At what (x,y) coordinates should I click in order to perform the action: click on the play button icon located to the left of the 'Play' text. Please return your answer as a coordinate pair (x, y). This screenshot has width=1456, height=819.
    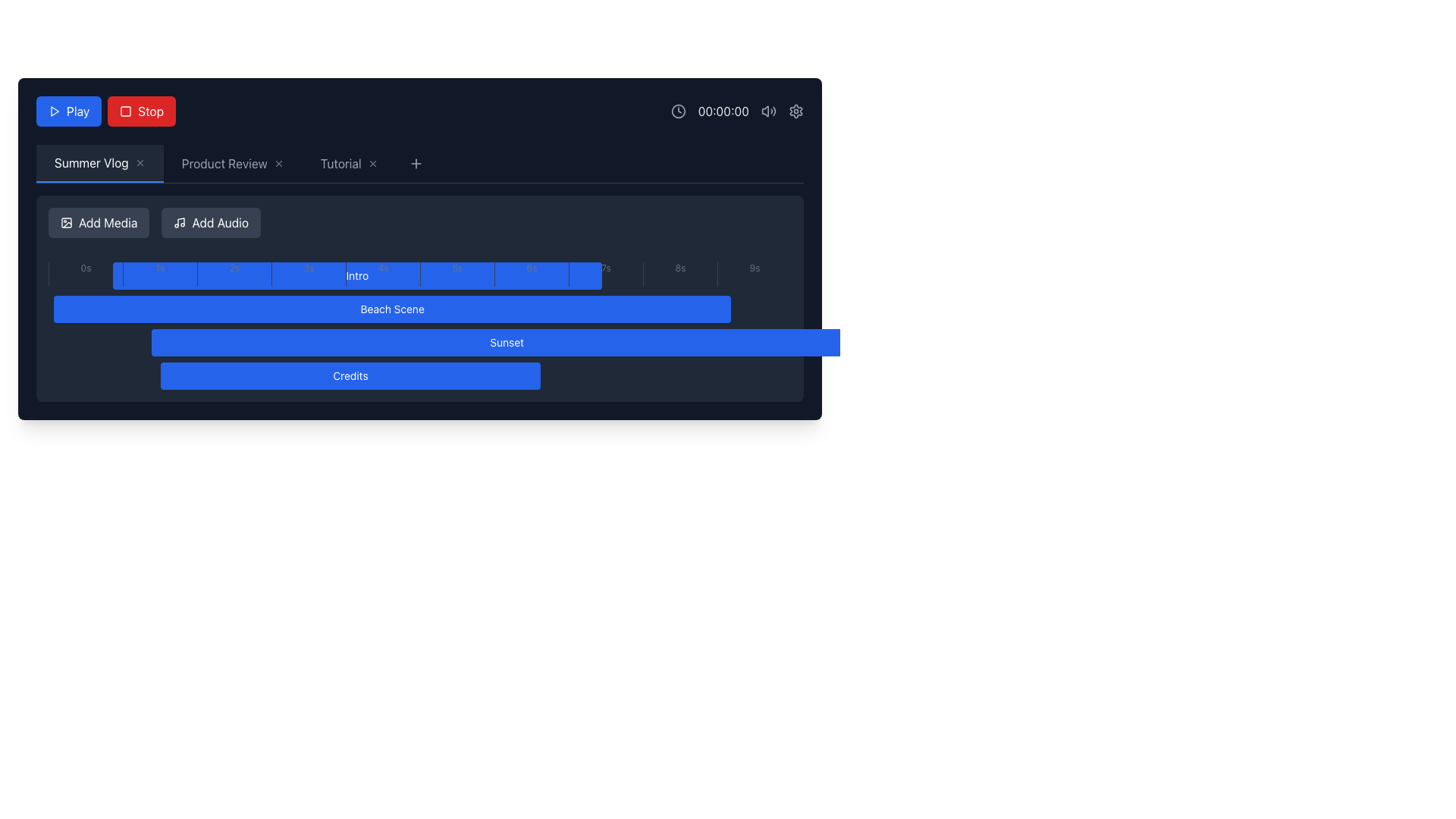
    Looking at the image, I should click on (55, 110).